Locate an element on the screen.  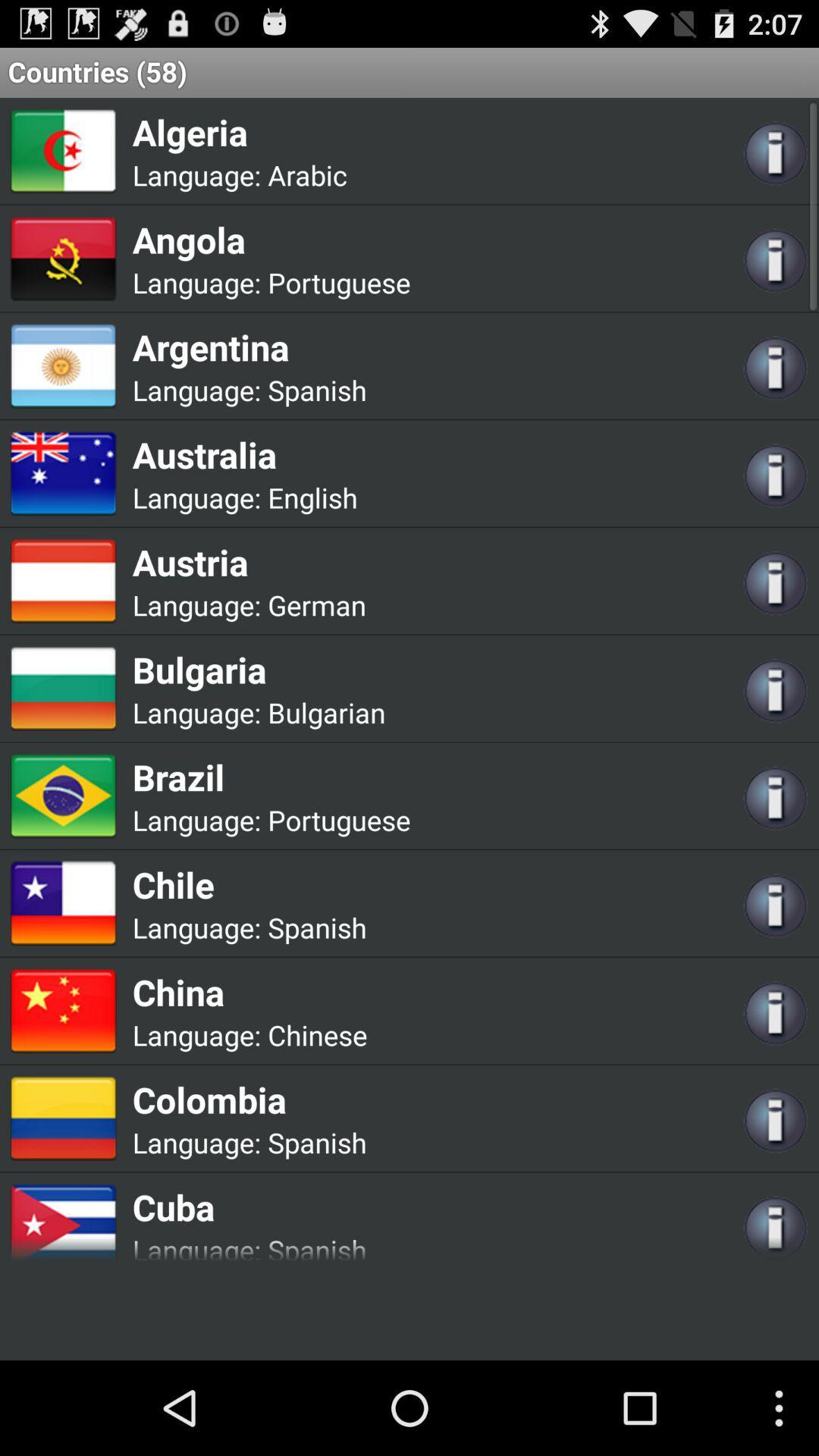
the icon above language:  app is located at coordinates (249, 1206).